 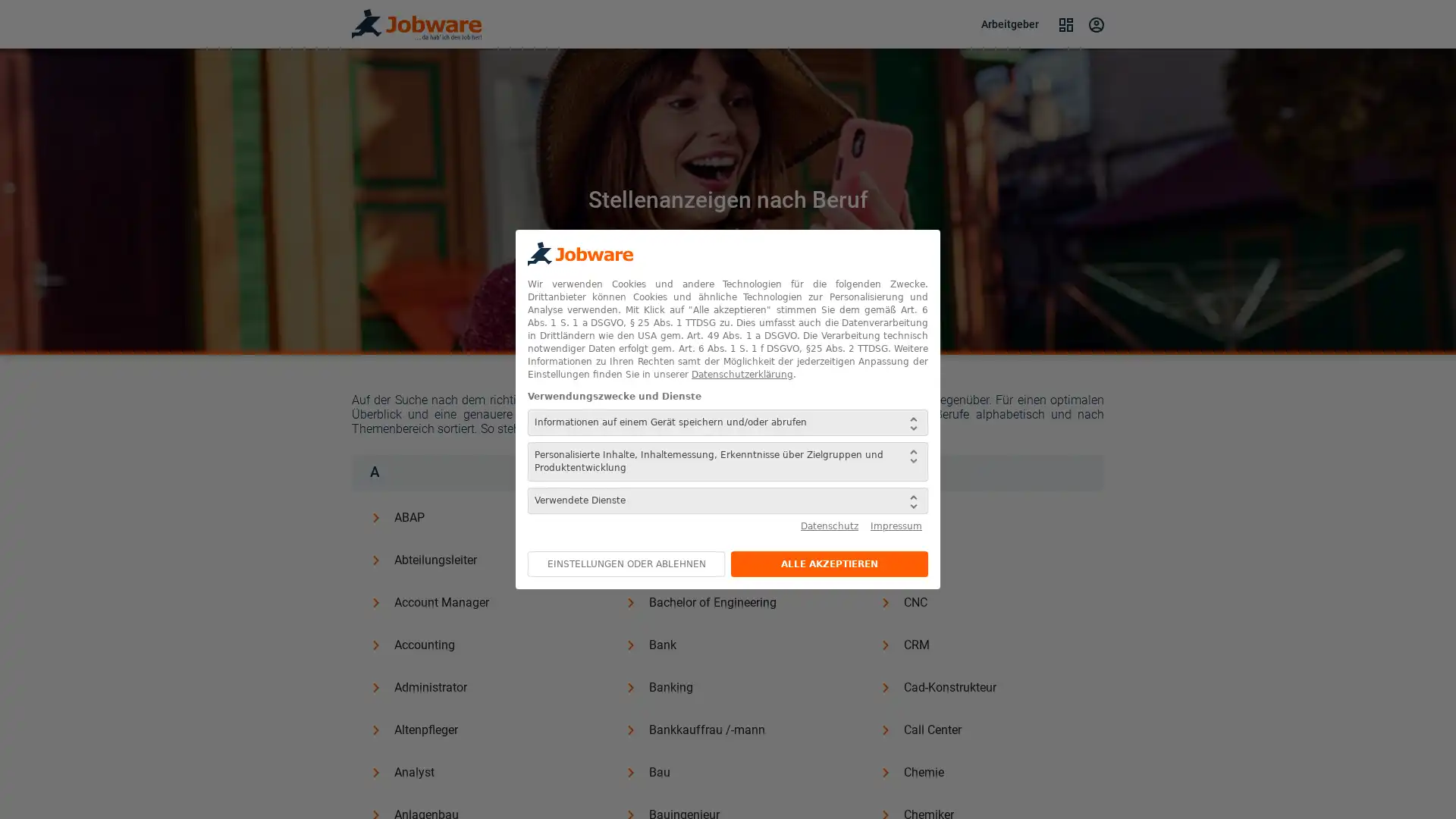 What do you see at coordinates (829, 564) in the screenshot?
I see `ALLE AKZEPTIEREN` at bounding box center [829, 564].